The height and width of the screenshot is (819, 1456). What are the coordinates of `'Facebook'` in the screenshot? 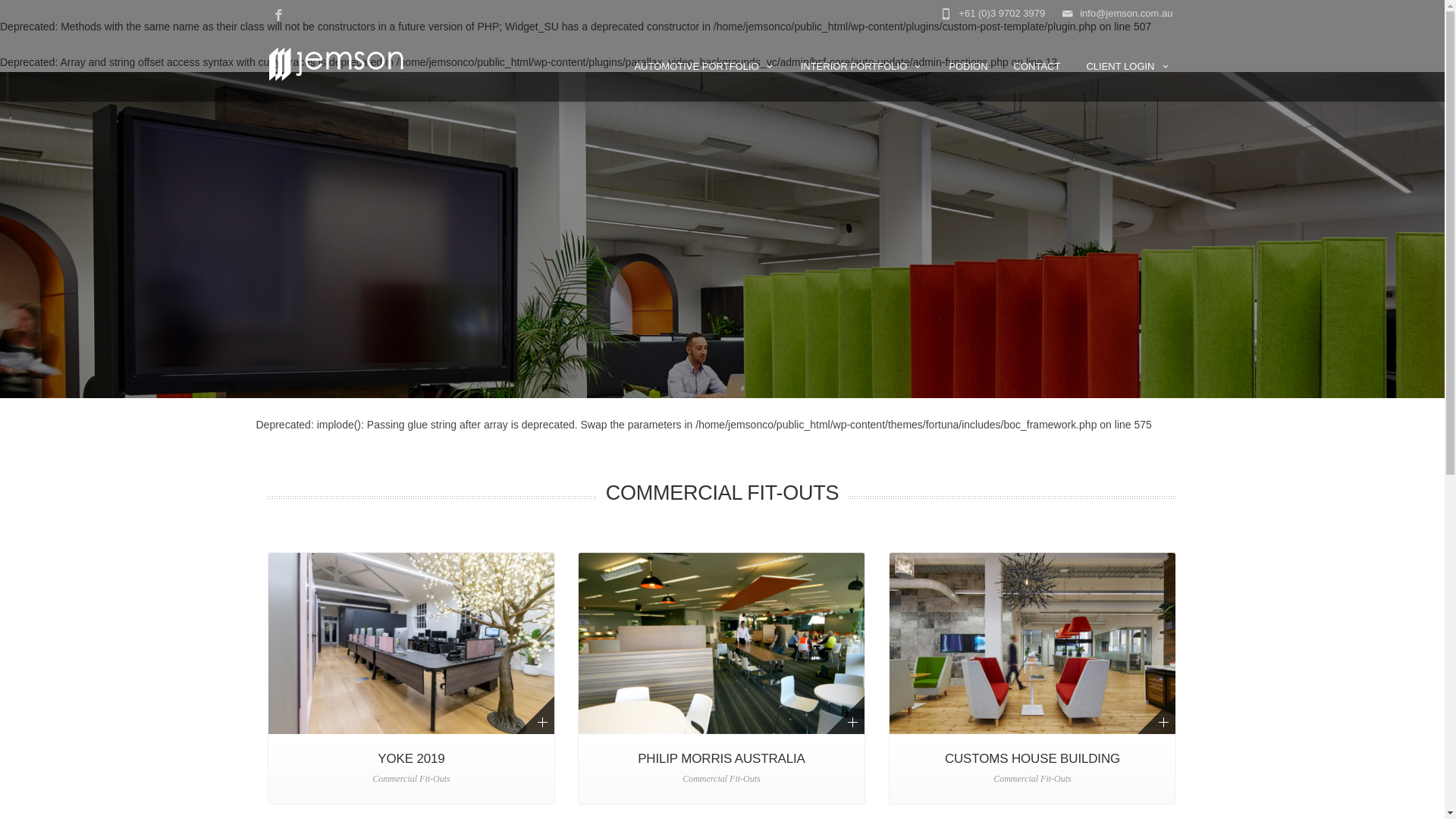 It's located at (1164, 794).